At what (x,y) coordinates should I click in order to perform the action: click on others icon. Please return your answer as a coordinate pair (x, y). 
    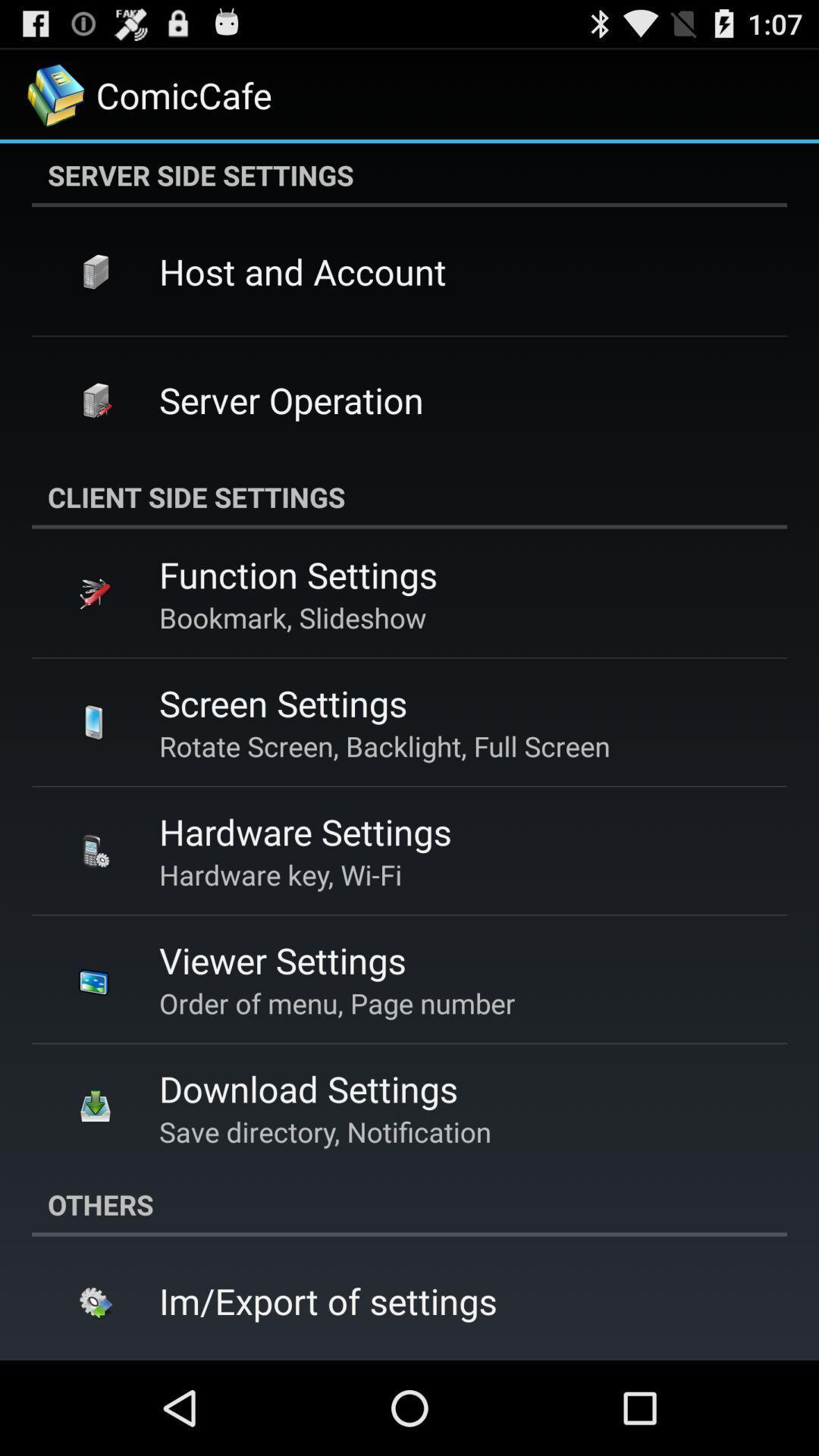
    Looking at the image, I should click on (409, 1203).